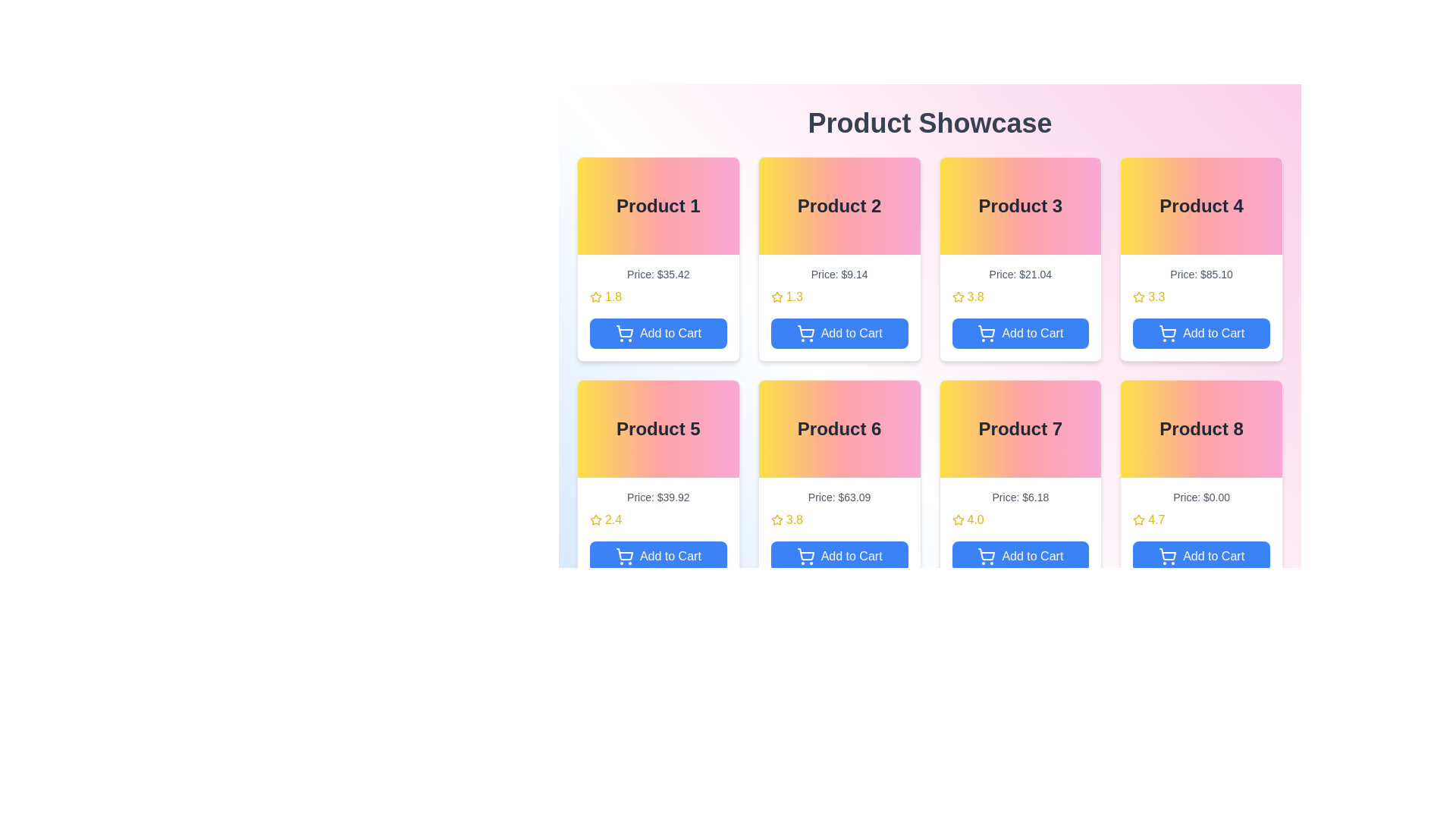  I want to click on the yellow star icon for visual rating located next to the numeric rating '2.4' in the 'Product 5' section of the product grid, so click(595, 519).